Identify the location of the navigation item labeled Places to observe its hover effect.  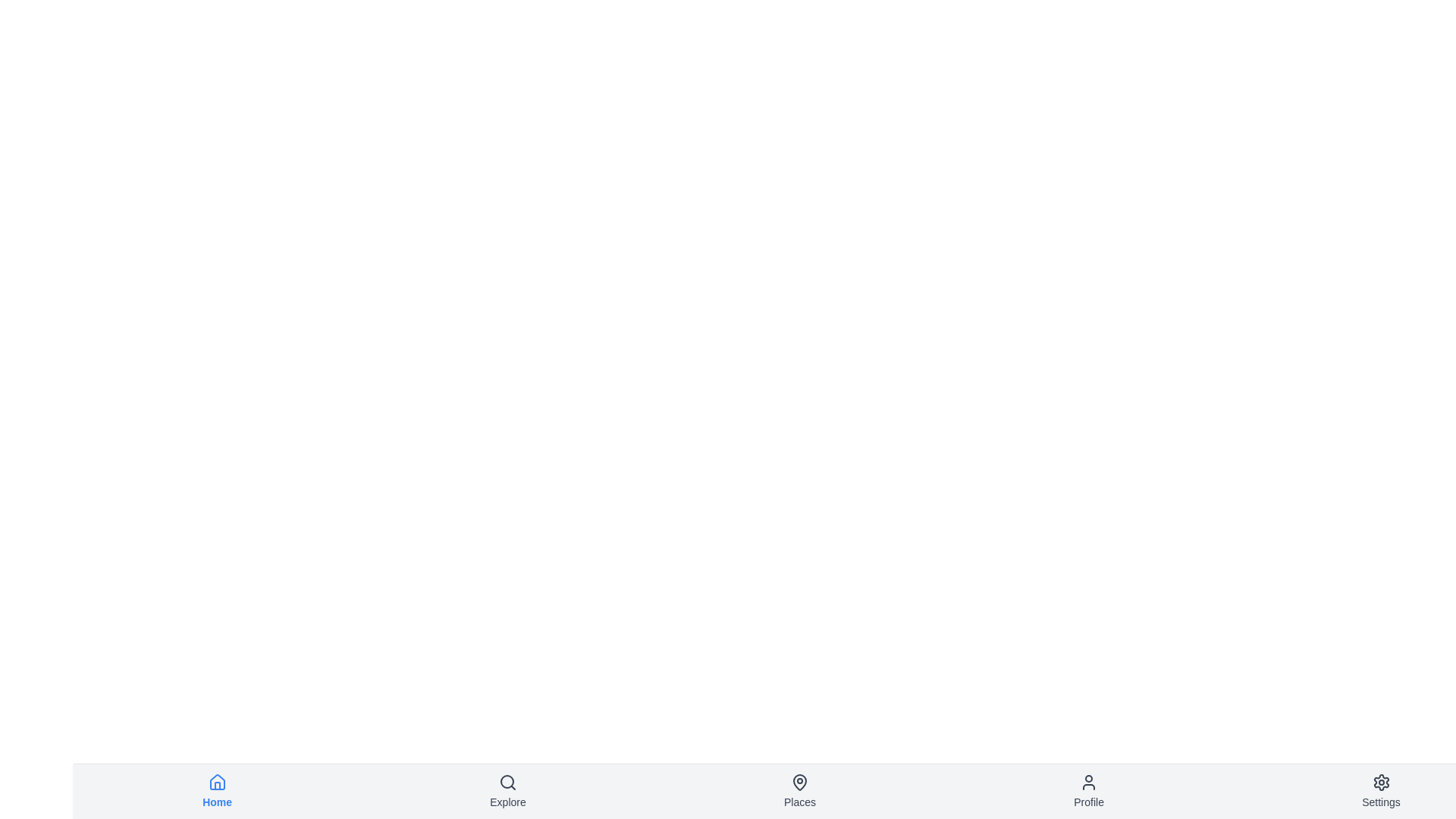
(799, 791).